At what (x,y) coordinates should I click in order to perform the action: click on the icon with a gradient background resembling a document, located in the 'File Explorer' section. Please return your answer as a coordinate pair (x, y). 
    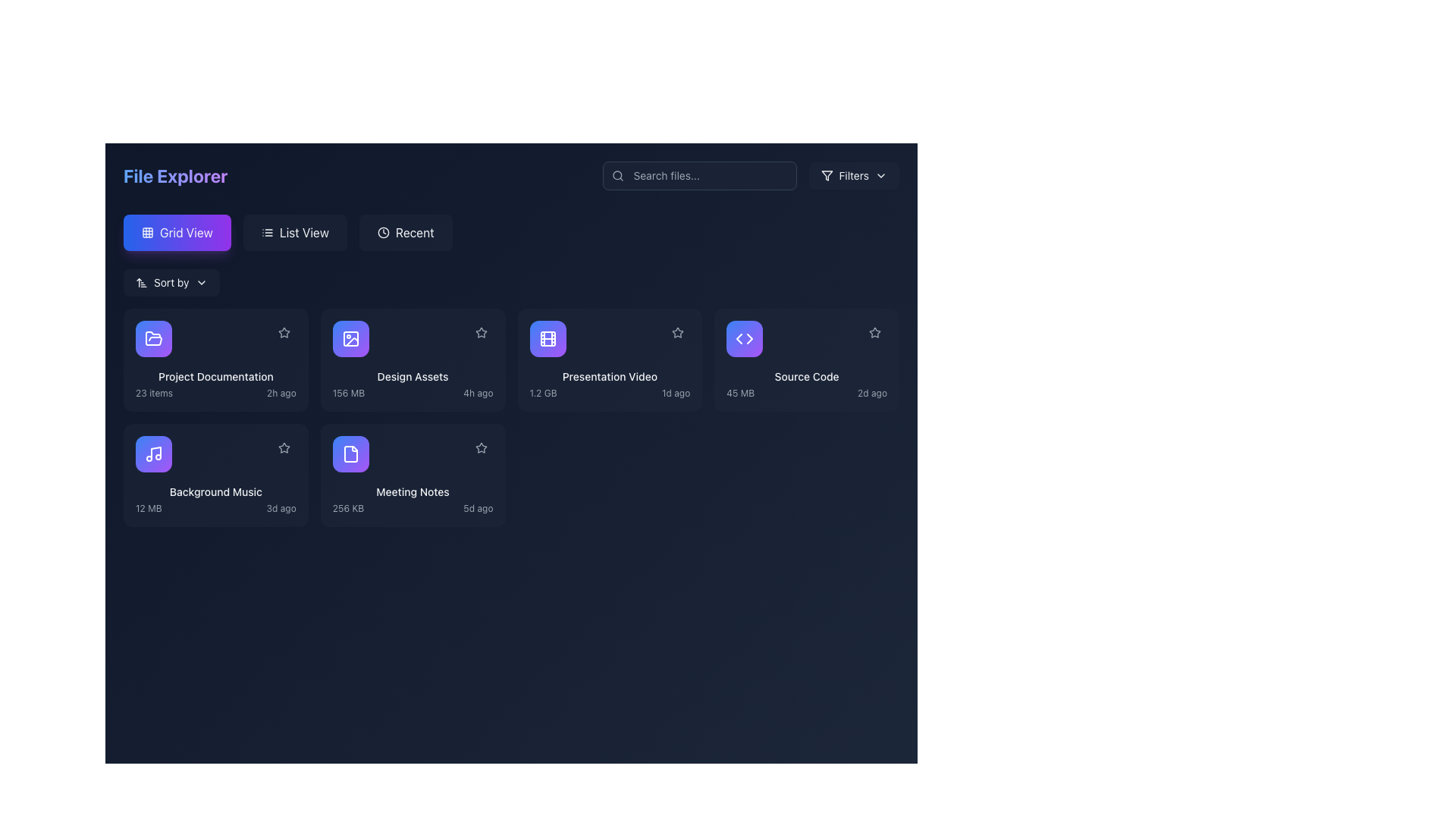
    Looking at the image, I should click on (350, 453).